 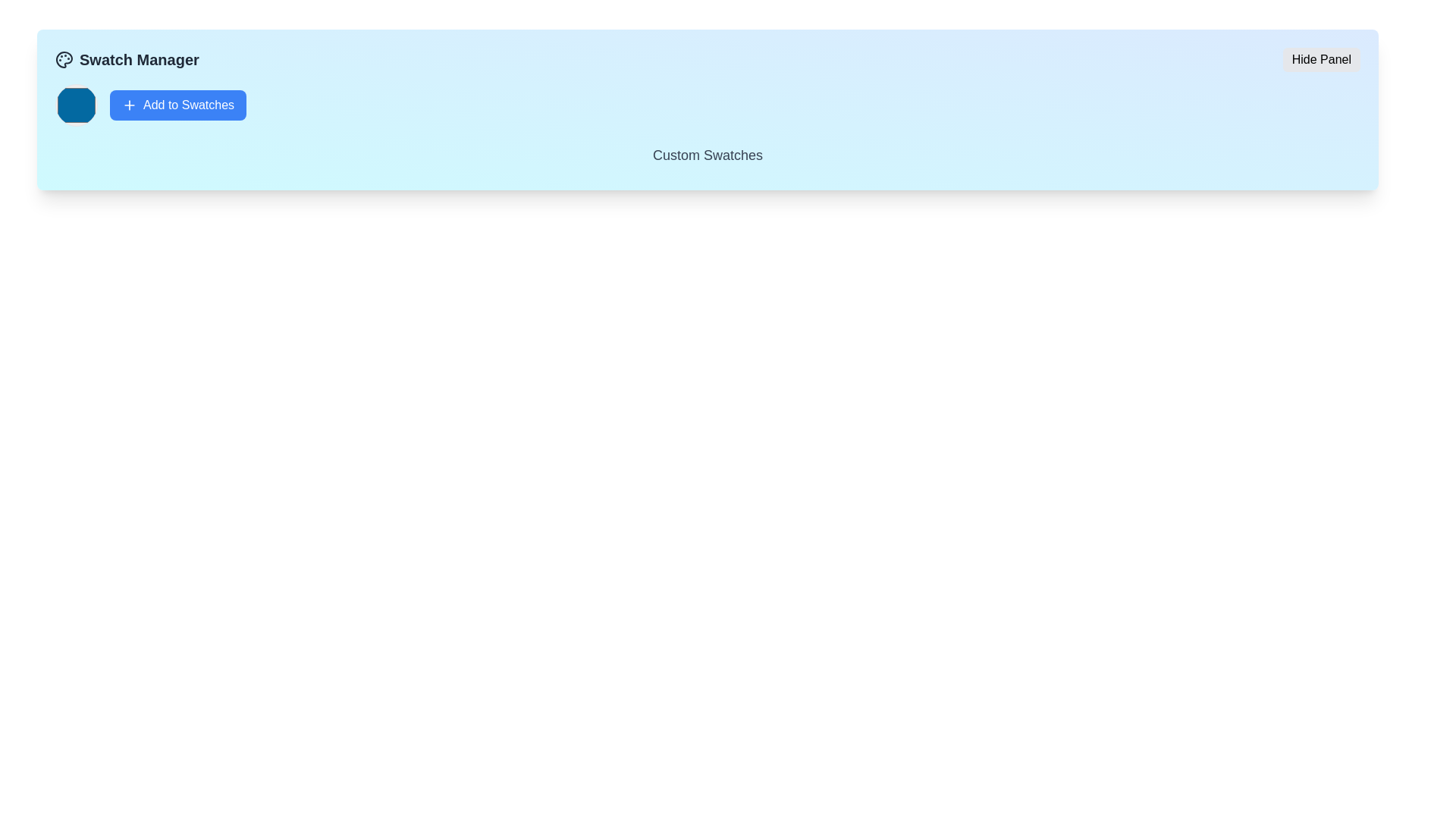 What do you see at coordinates (64, 58) in the screenshot?
I see `the 'Swatch Manager' icon located at the top left side of the interface, adjacent to the text label in the header` at bounding box center [64, 58].